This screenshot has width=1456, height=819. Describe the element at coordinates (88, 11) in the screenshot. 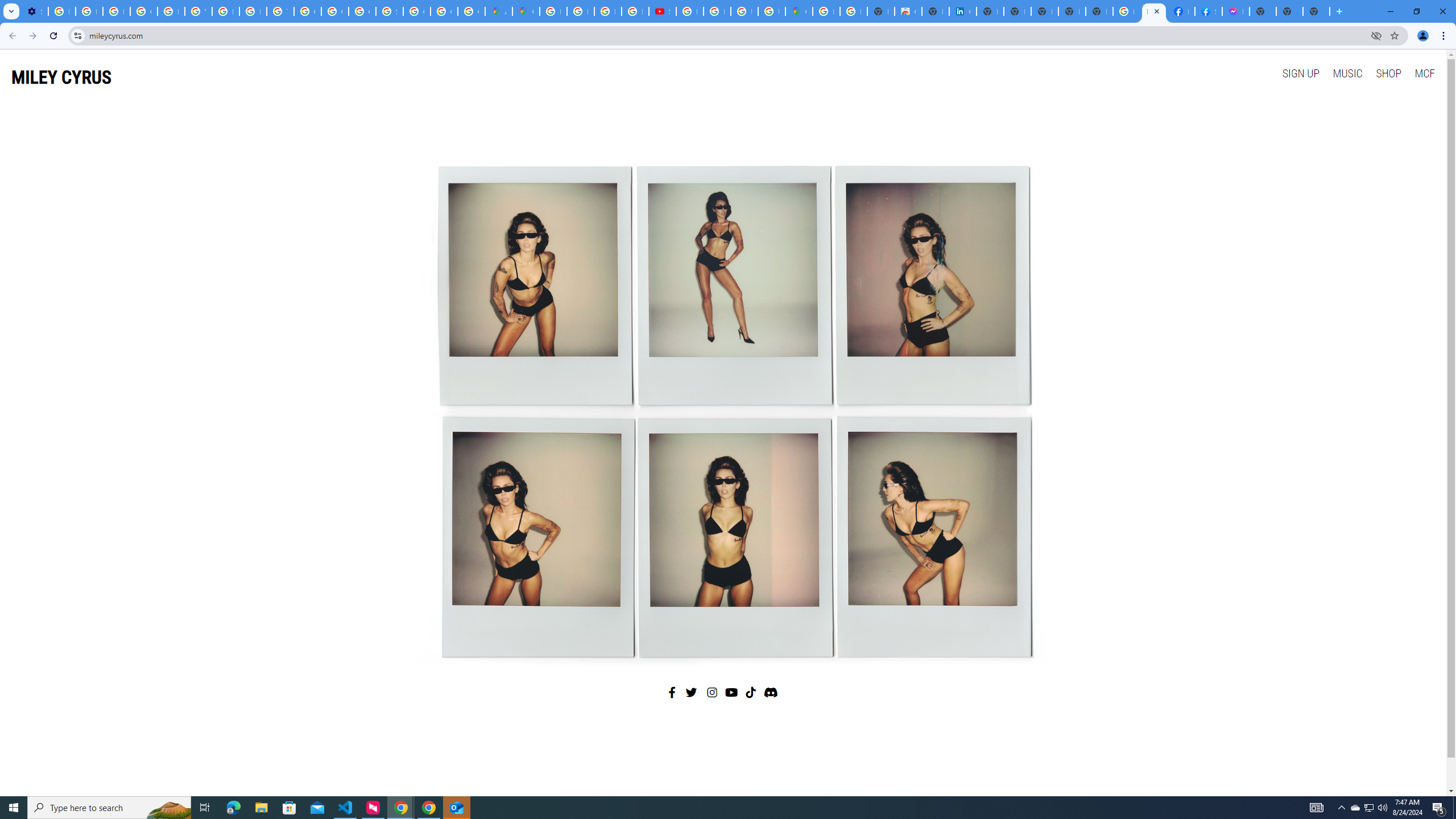

I see `'Learn how to find your photos - Google Photos Help'` at that location.